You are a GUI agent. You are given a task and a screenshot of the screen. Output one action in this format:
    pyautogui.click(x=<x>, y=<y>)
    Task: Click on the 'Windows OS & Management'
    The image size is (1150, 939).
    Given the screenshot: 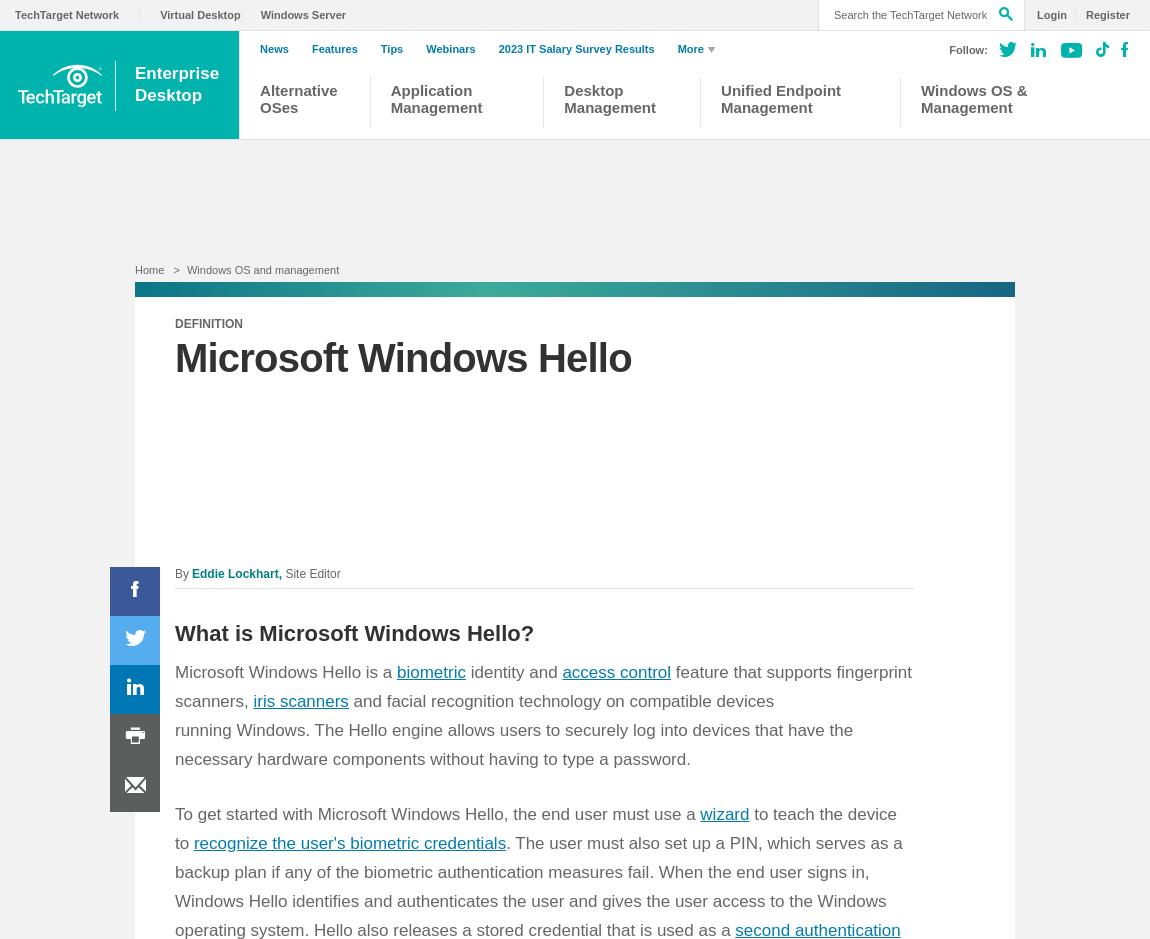 What is the action you would take?
    pyautogui.click(x=921, y=98)
    